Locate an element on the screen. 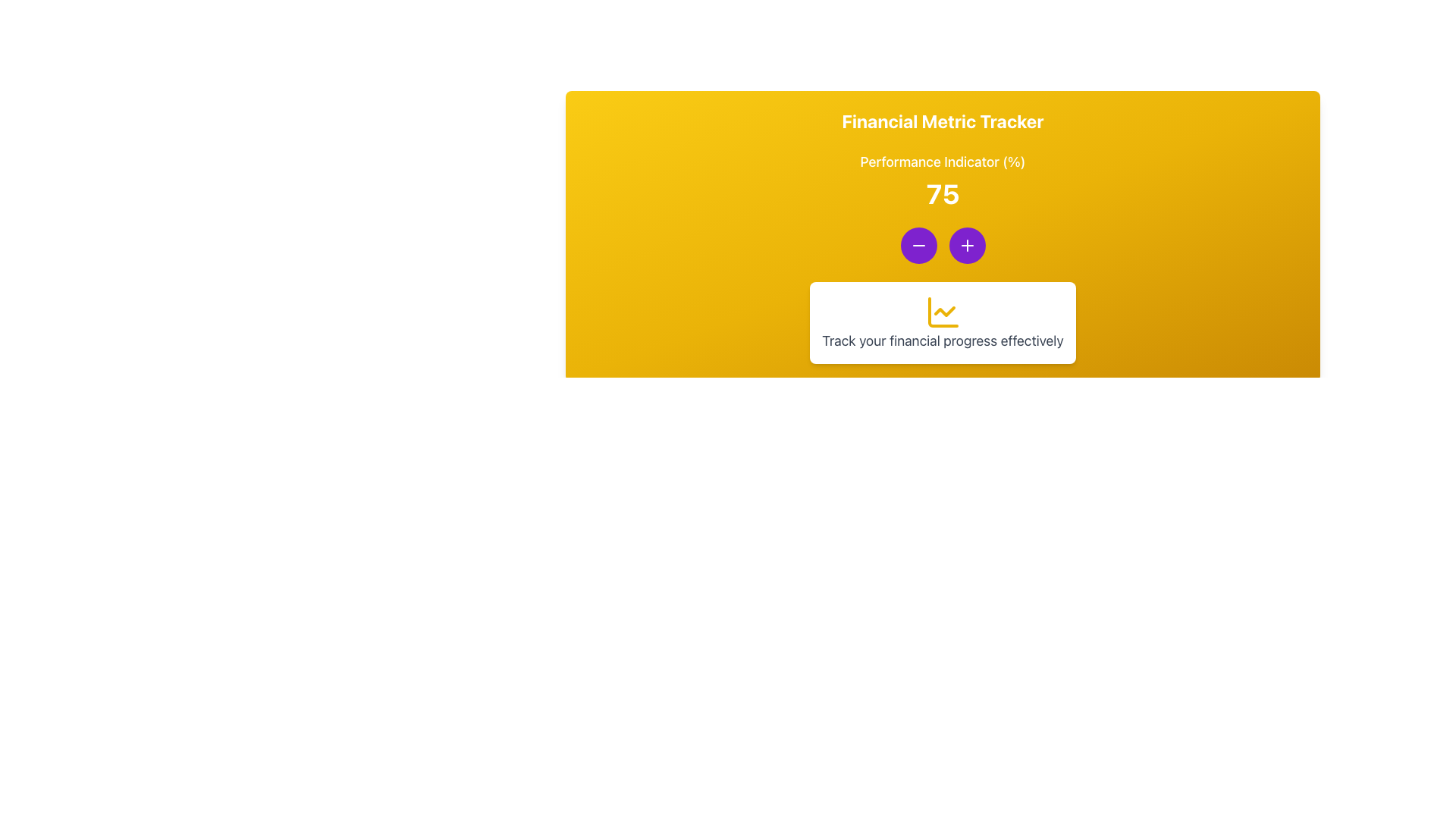 This screenshot has width=1456, height=819. the informative text block at the bottom of the 'Financial Metric Tracker' card, which provides guidance on tracking financial progress is located at coordinates (942, 322).